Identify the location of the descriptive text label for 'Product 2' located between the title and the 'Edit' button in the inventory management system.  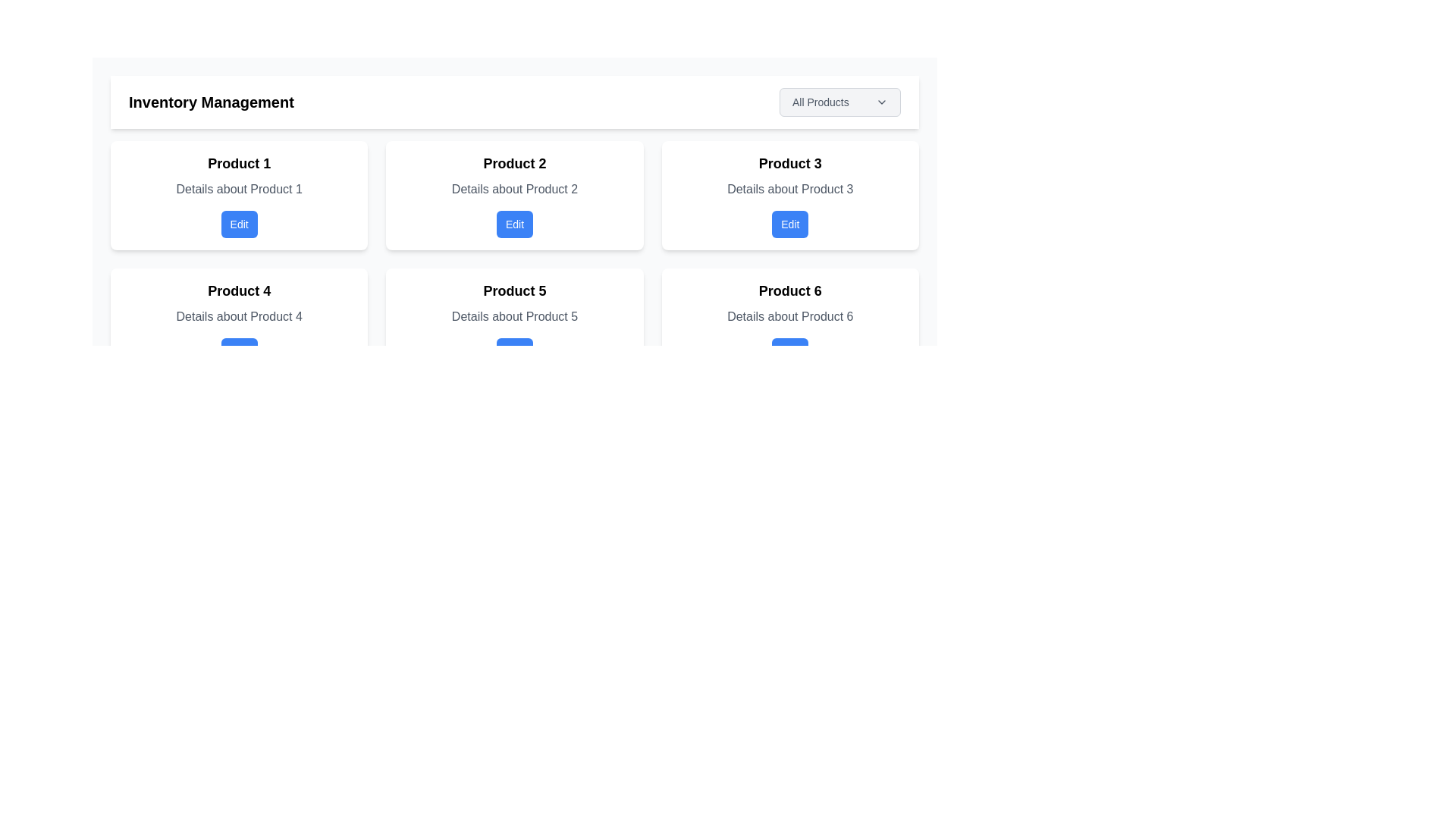
(514, 189).